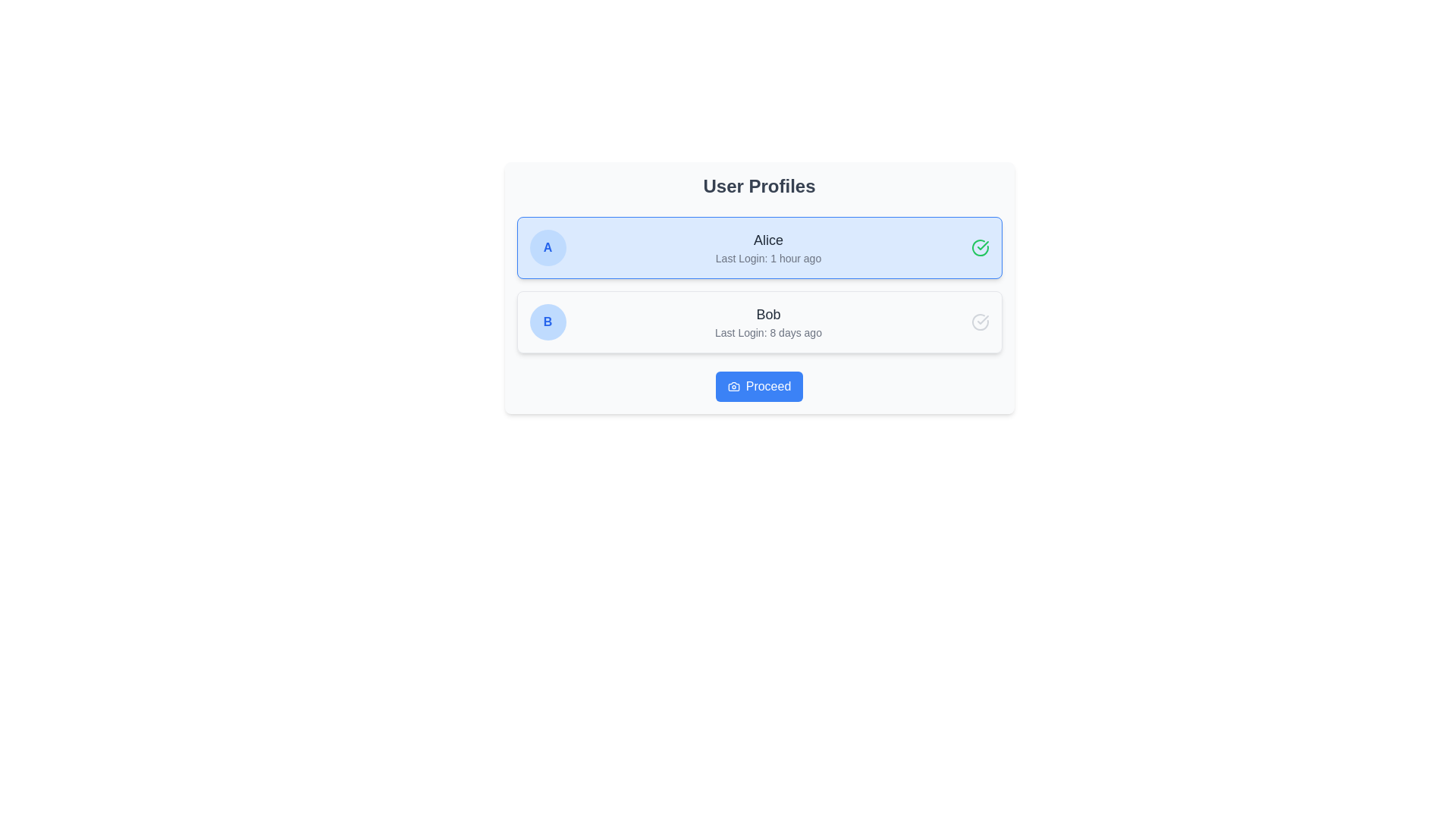  I want to click on the first user profile entry (Alice) in the Grouped list item display, so click(759, 284).